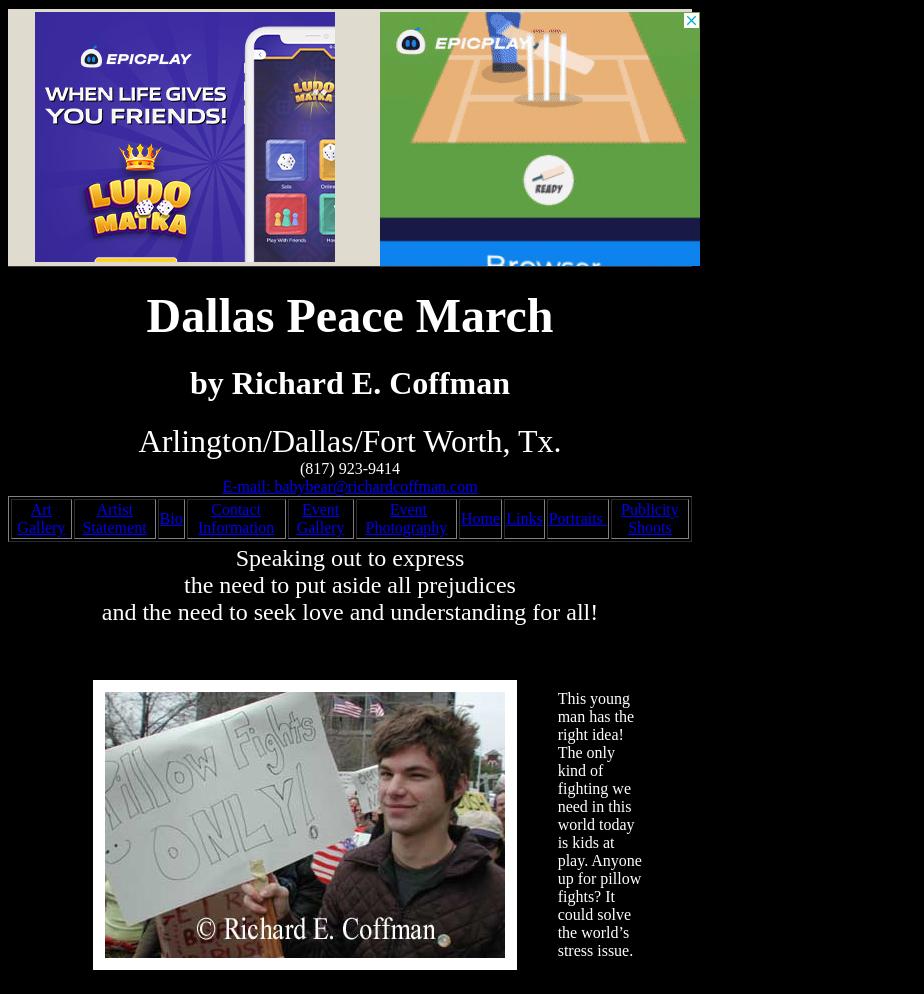 The height and width of the screenshot is (994, 924). Describe the element at coordinates (319, 518) in the screenshot. I see `'Event Gallery'` at that location.